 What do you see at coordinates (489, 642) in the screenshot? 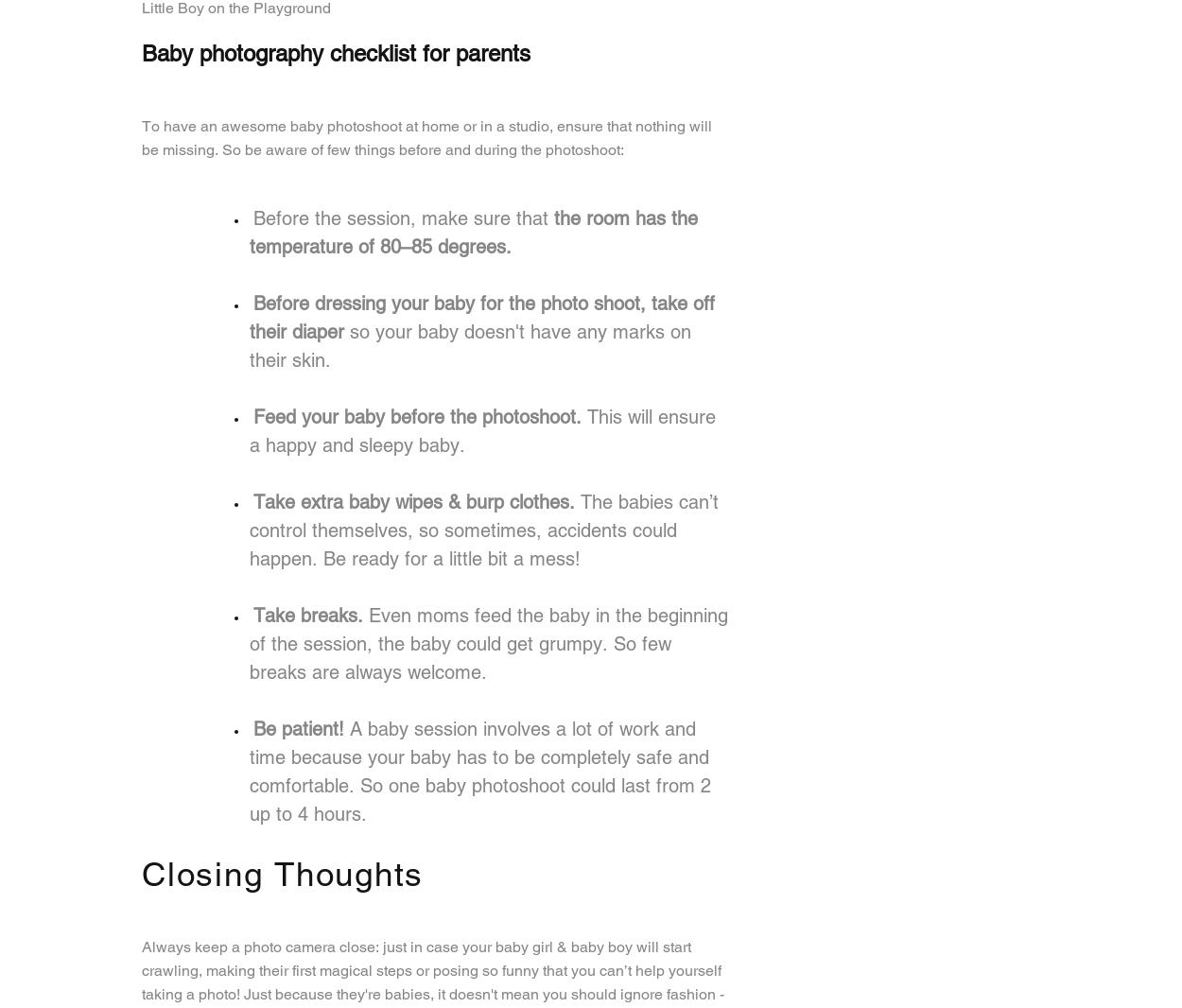
I see `'Even moms feed the baby in the beginning of the session, the baby could get grumpy. So few breaks are always welcome.'` at bounding box center [489, 642].